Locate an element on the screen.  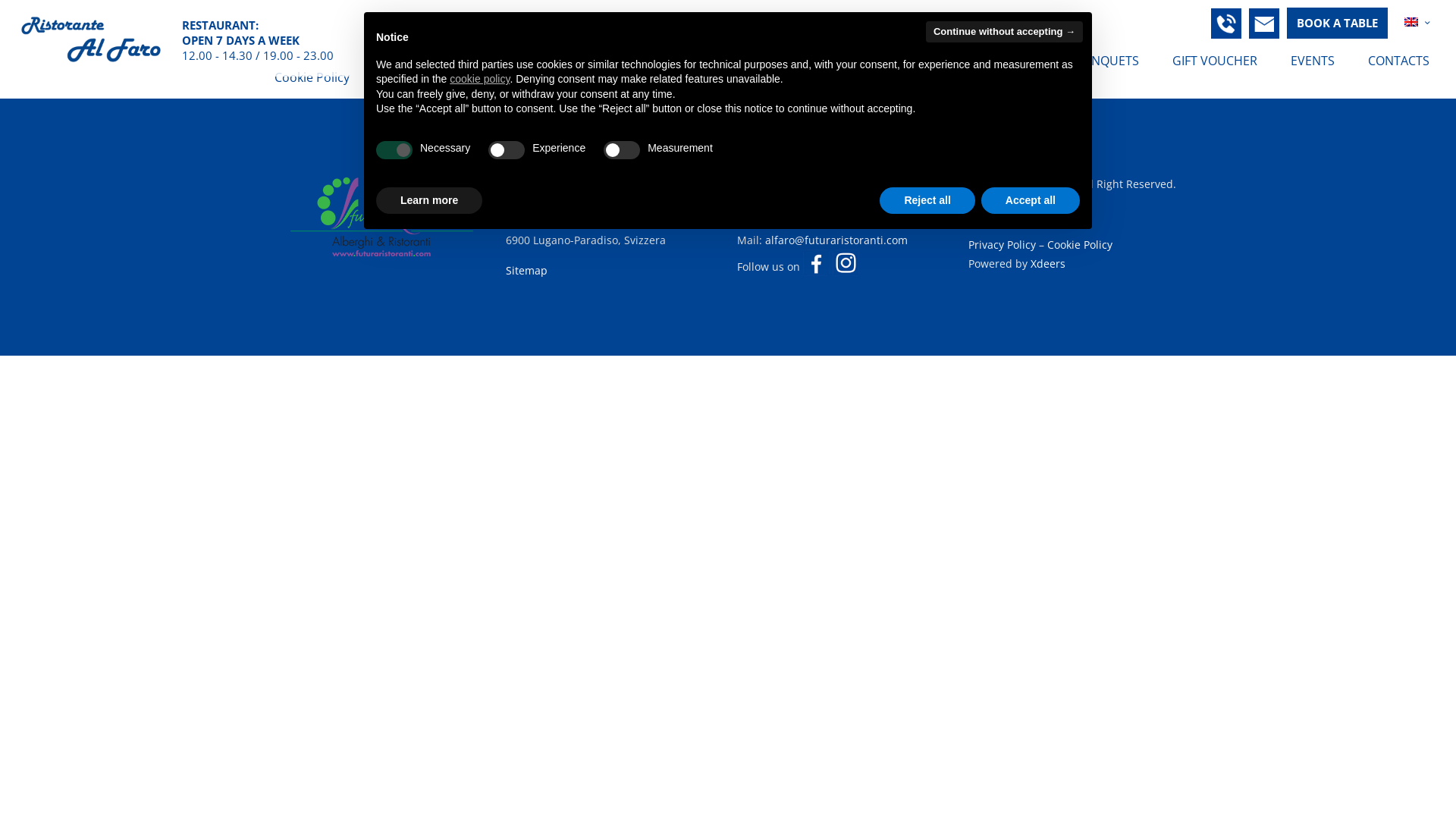
'CONTACTS' is located at coordinates (1398, 60).